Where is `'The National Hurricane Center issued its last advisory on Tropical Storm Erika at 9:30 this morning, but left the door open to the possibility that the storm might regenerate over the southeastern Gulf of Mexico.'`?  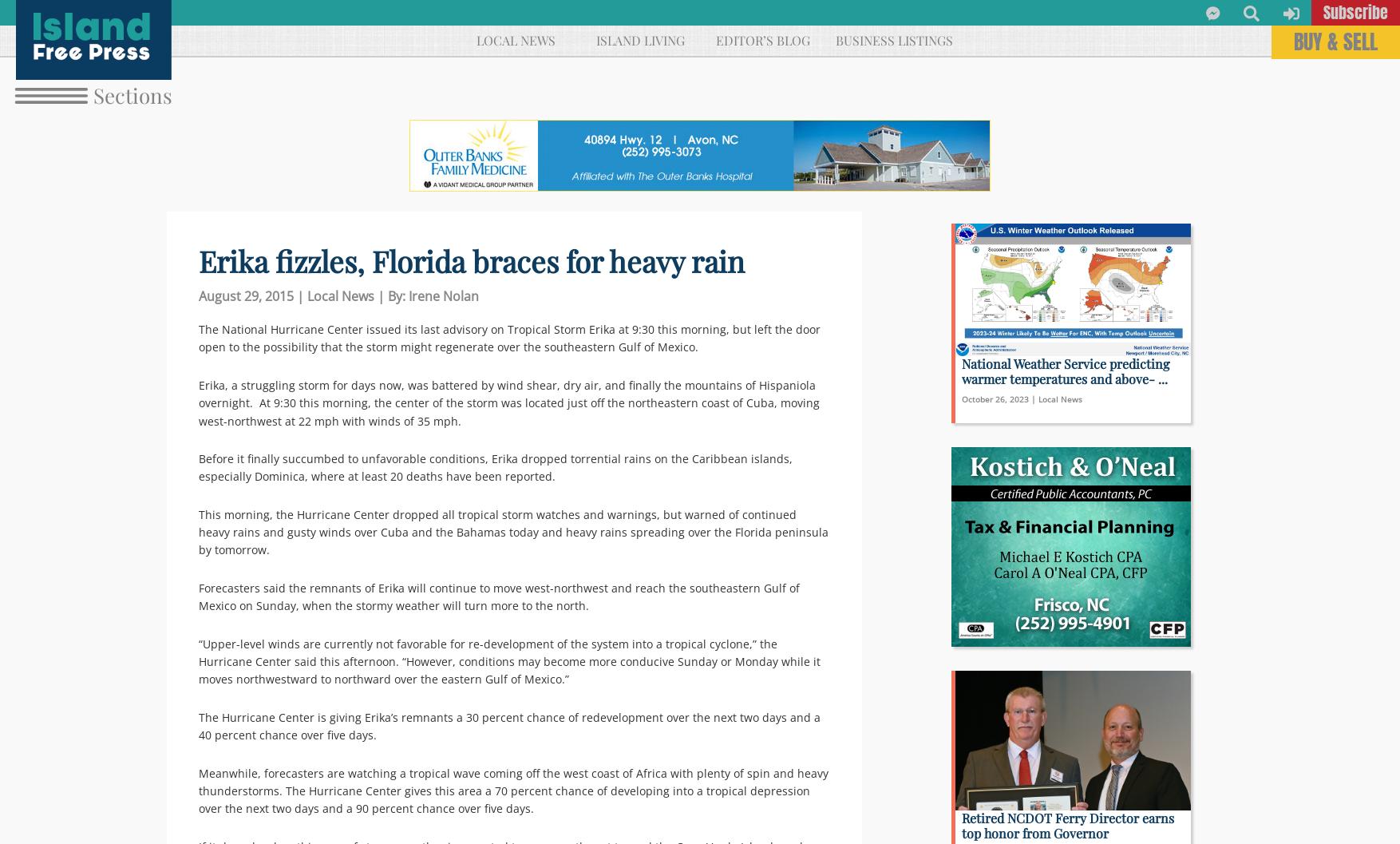
'The National Hurricane Center issued its last advisory on Tropical Storm Erika at 9:30 this morning, but left the door open to the possibility that the storm might regenerate over the southeastern Gulf of Mexico.' is located at coordinates (508, 337).